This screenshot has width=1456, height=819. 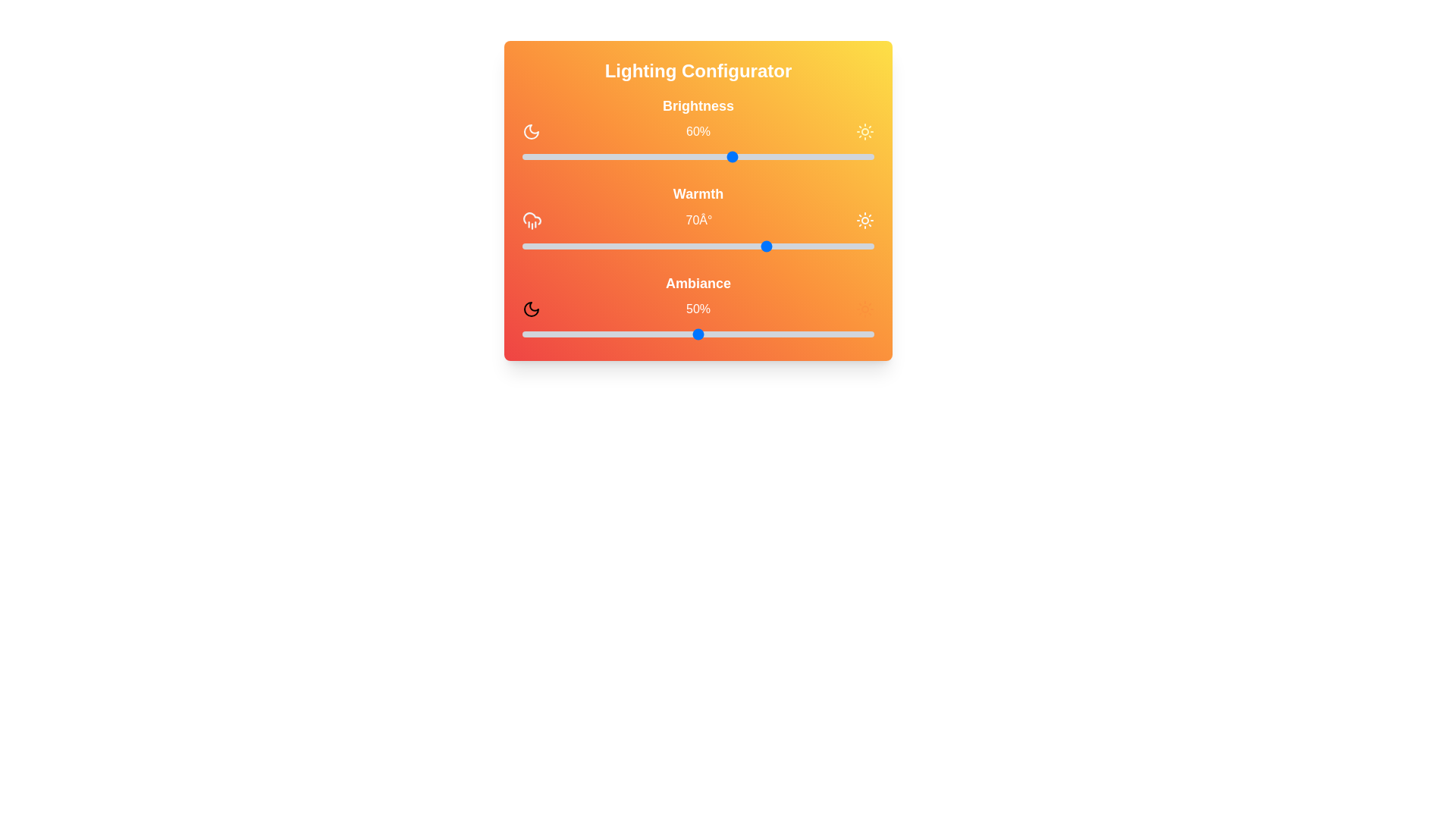 What do you see at coordinates (845, 333) in the screenshot?
I see `the ambiance slider to 92%` at bounding box center [845, 333].